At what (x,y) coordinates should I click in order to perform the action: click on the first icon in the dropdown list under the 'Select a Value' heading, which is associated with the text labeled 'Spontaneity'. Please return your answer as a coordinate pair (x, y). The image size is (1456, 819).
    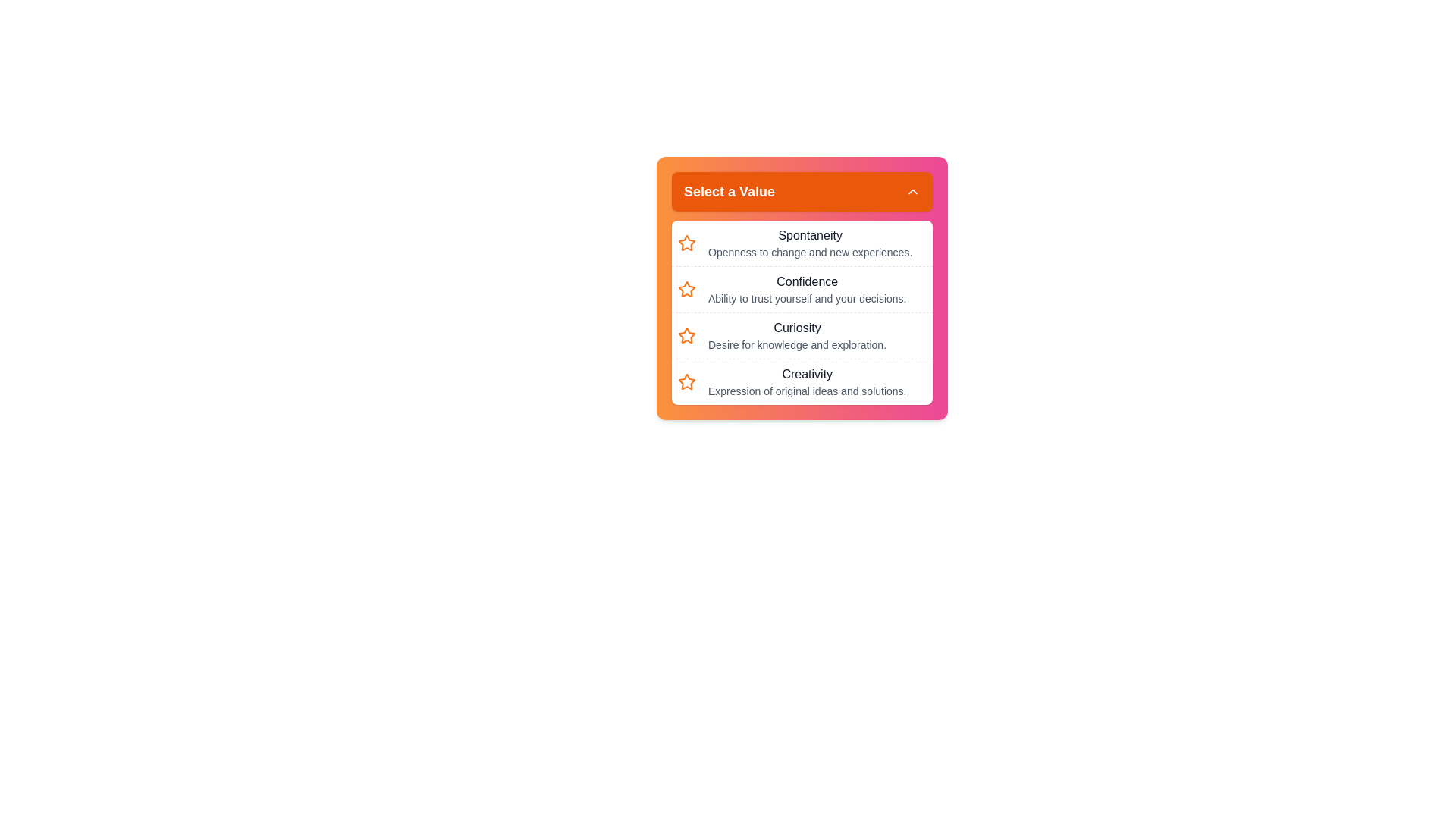
    Looking at the image, I should click on (686, 242).